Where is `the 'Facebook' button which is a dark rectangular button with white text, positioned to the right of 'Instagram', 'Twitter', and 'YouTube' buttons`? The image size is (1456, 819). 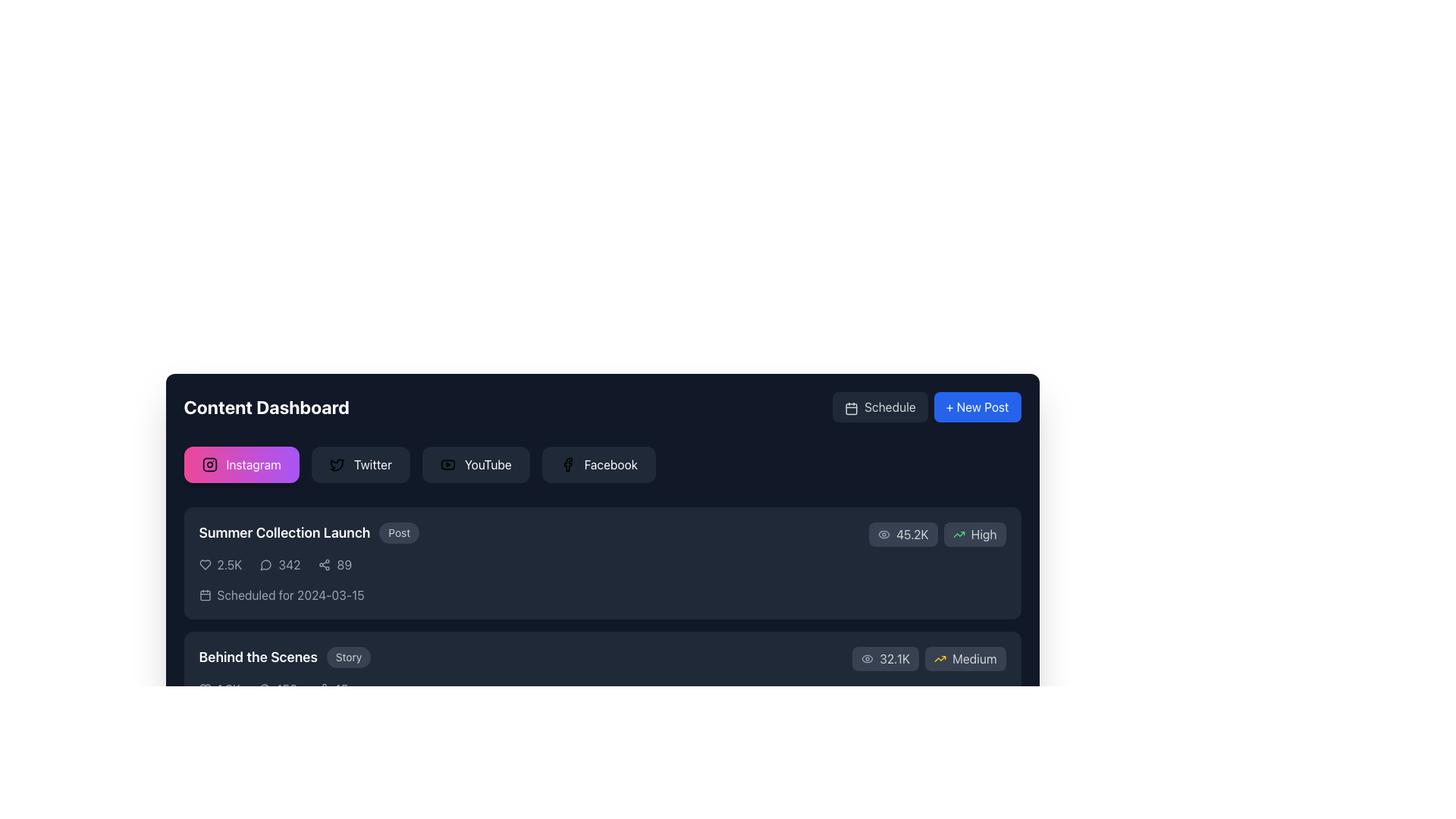
the 'Facebook' button which is a dark rectangular button with white text, positioned to the right of 'Instagram', 'Twitter', and 'YouTube' buttons is located at coordinates (610, 464).